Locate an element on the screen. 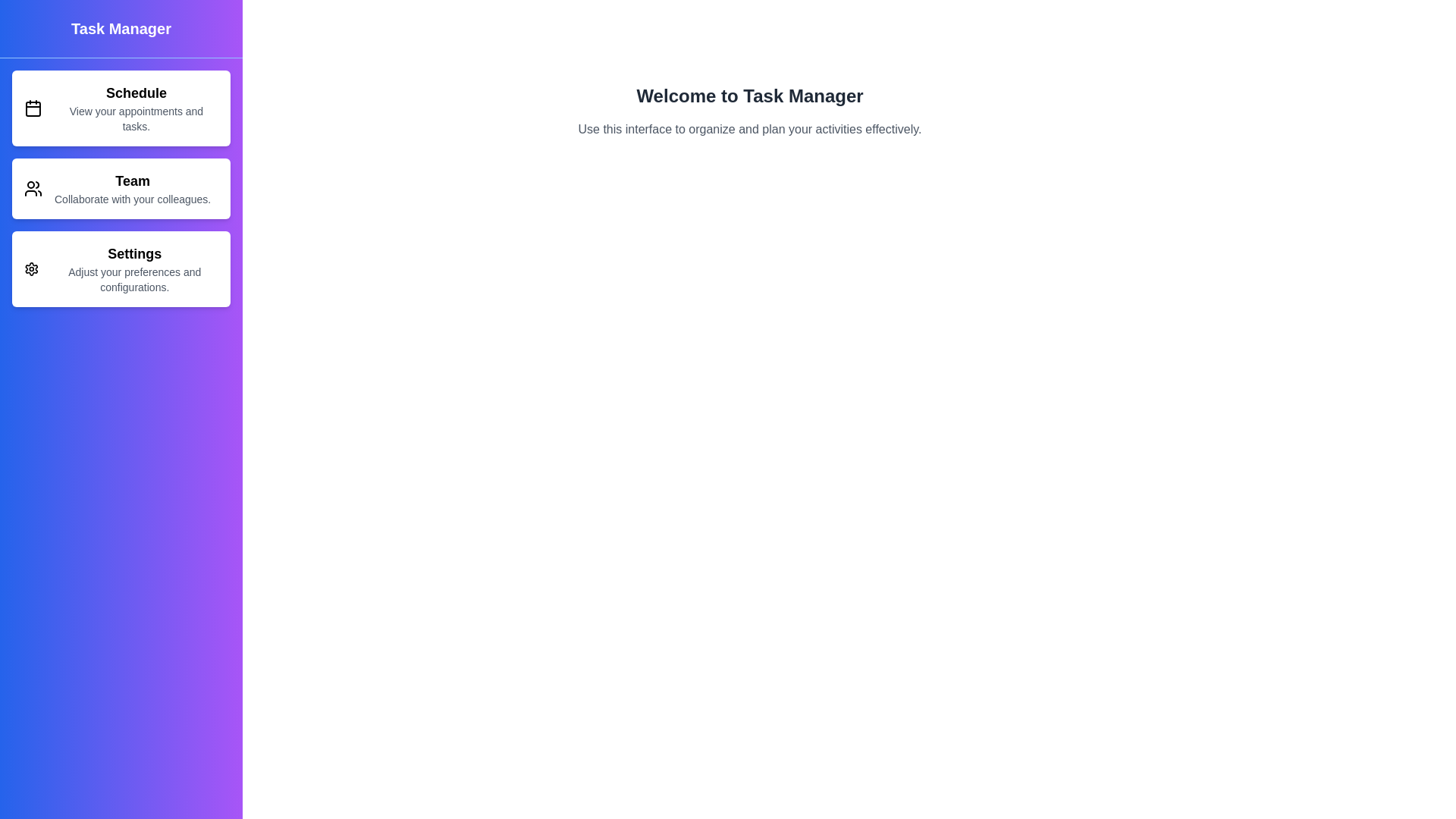 The image size is (1456, 819). the Task Manager header to explore its elements is located at coordinates (120, 29).